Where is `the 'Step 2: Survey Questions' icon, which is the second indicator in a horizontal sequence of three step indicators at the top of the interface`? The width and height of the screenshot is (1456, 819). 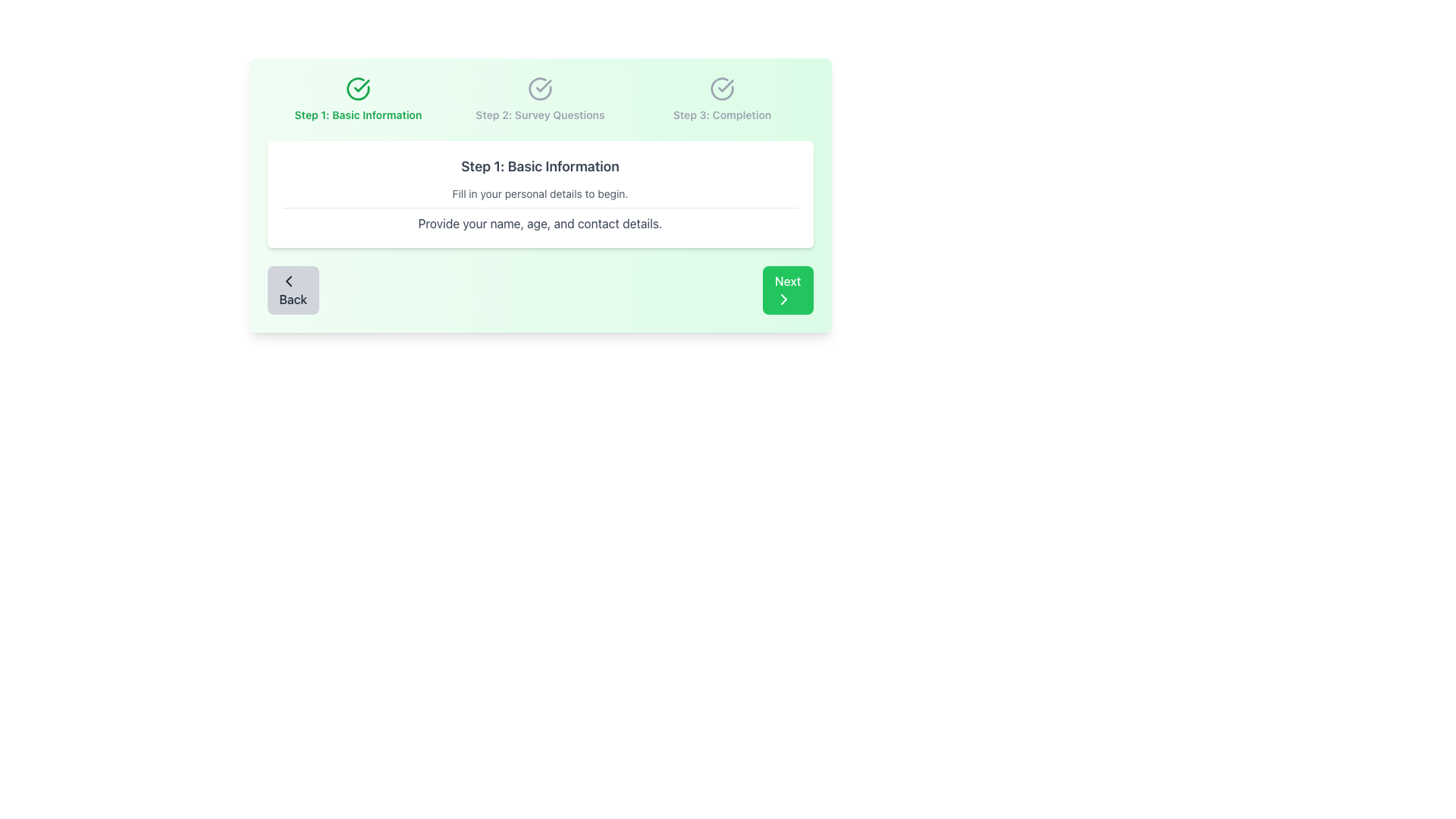 the 'Step 2: Survey Questions' icon, which is the second indicator in a horizontal sequence of three step indicators at the top of the interface is located at coordinates (540, 89).